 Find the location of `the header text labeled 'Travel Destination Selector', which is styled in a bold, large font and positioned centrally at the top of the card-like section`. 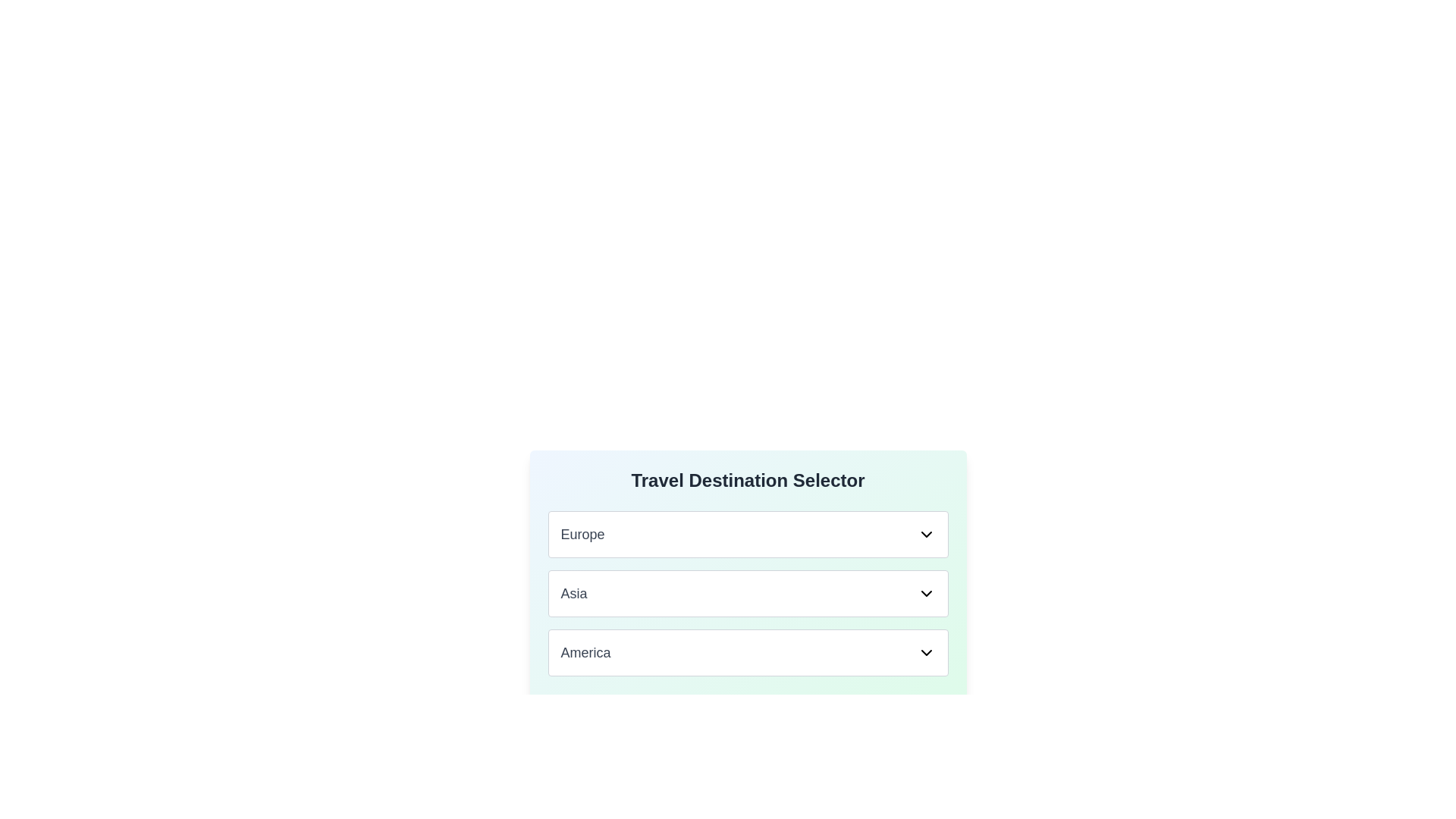

the header text labeled 'Travel Destination Selector', which is styled in a bold, large font and positioned centrally at the top of the card-like section is located at coordinates (748, 480).